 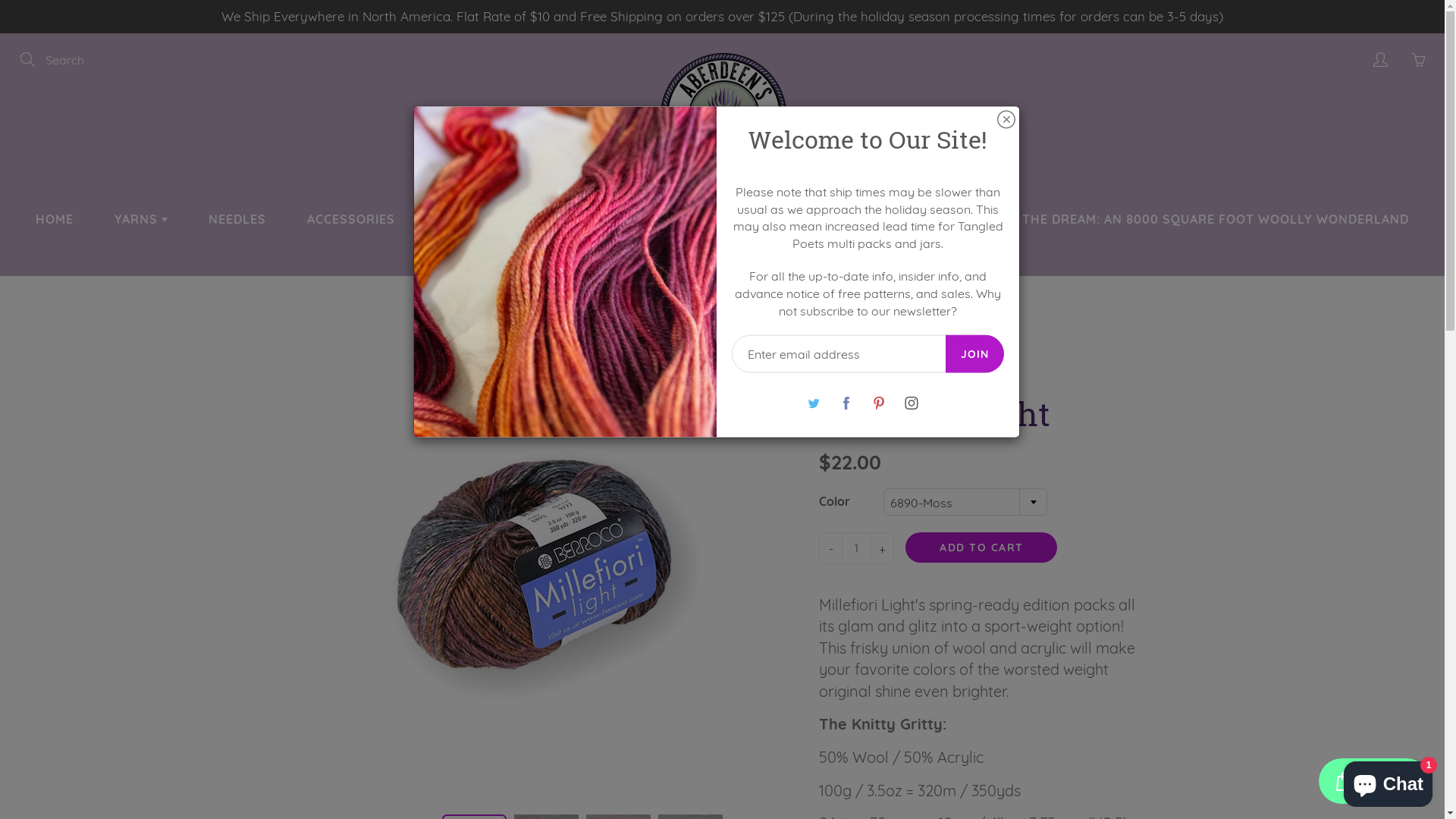 What do you see at coordinates (813, 402) in the screenshot?
I see `'Twitter'` at bounding box center [813, 402].